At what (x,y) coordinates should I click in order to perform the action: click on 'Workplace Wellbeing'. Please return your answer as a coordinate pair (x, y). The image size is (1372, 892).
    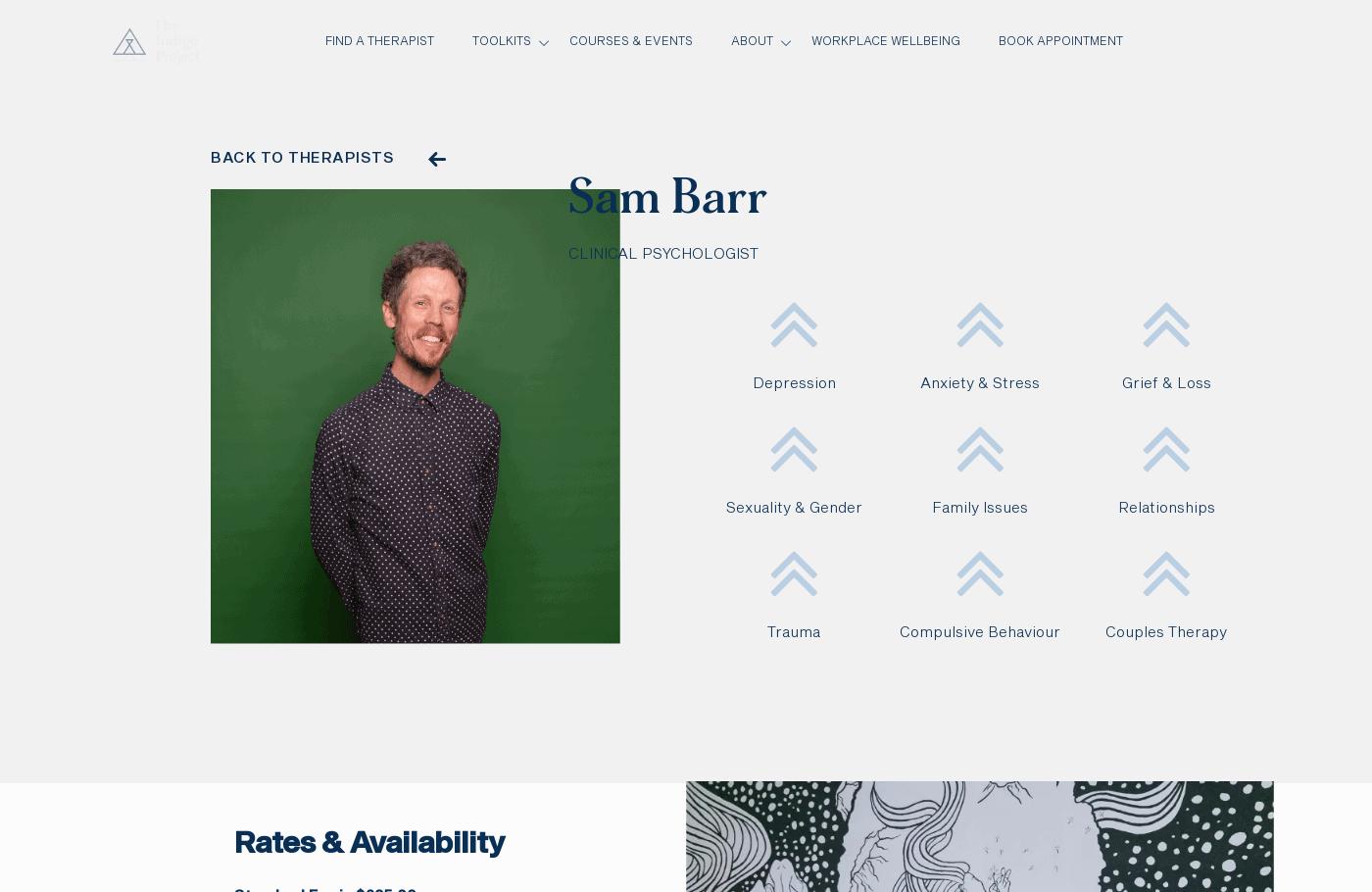
    Looking at the image, I should click on (809, 41).